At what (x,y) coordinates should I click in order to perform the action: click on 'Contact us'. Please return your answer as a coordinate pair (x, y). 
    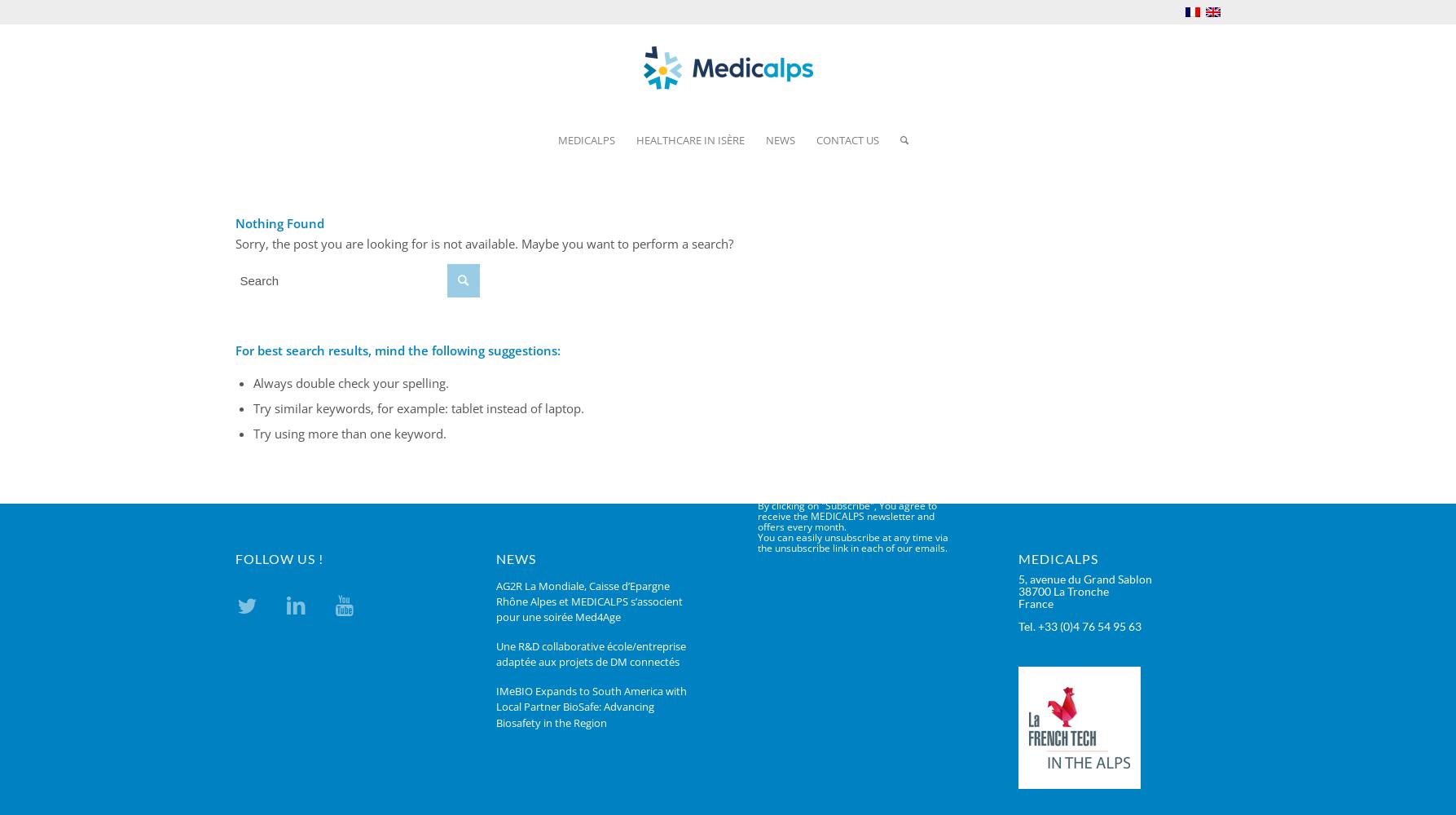
    Looking at the image, I should click on (847, 140).